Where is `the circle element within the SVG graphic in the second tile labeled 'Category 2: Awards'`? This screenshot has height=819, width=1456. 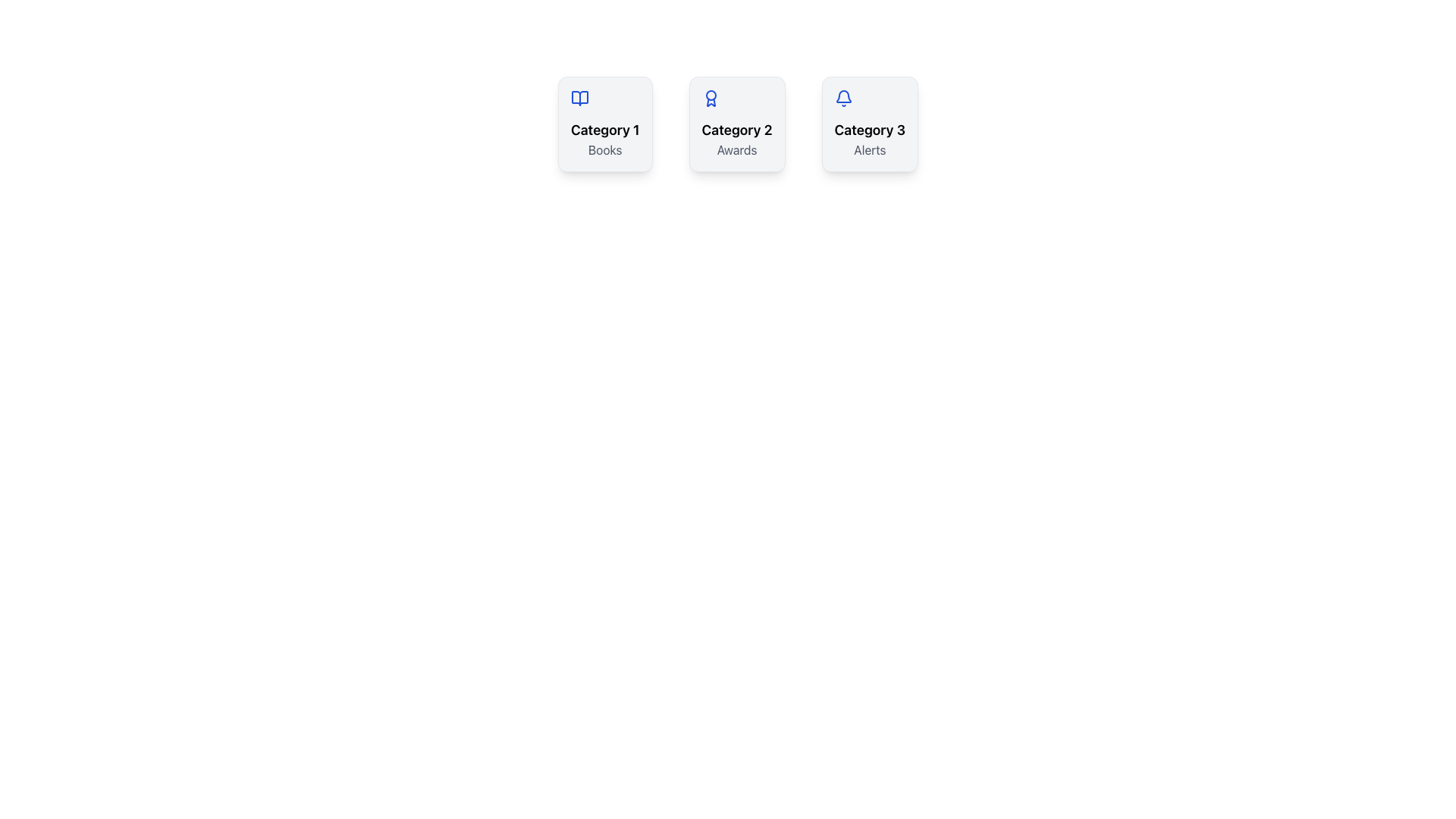
the circle element within the SVG graphic in the second tile labeled 'Category 2: Awards' is located at coordinates (710, 96).